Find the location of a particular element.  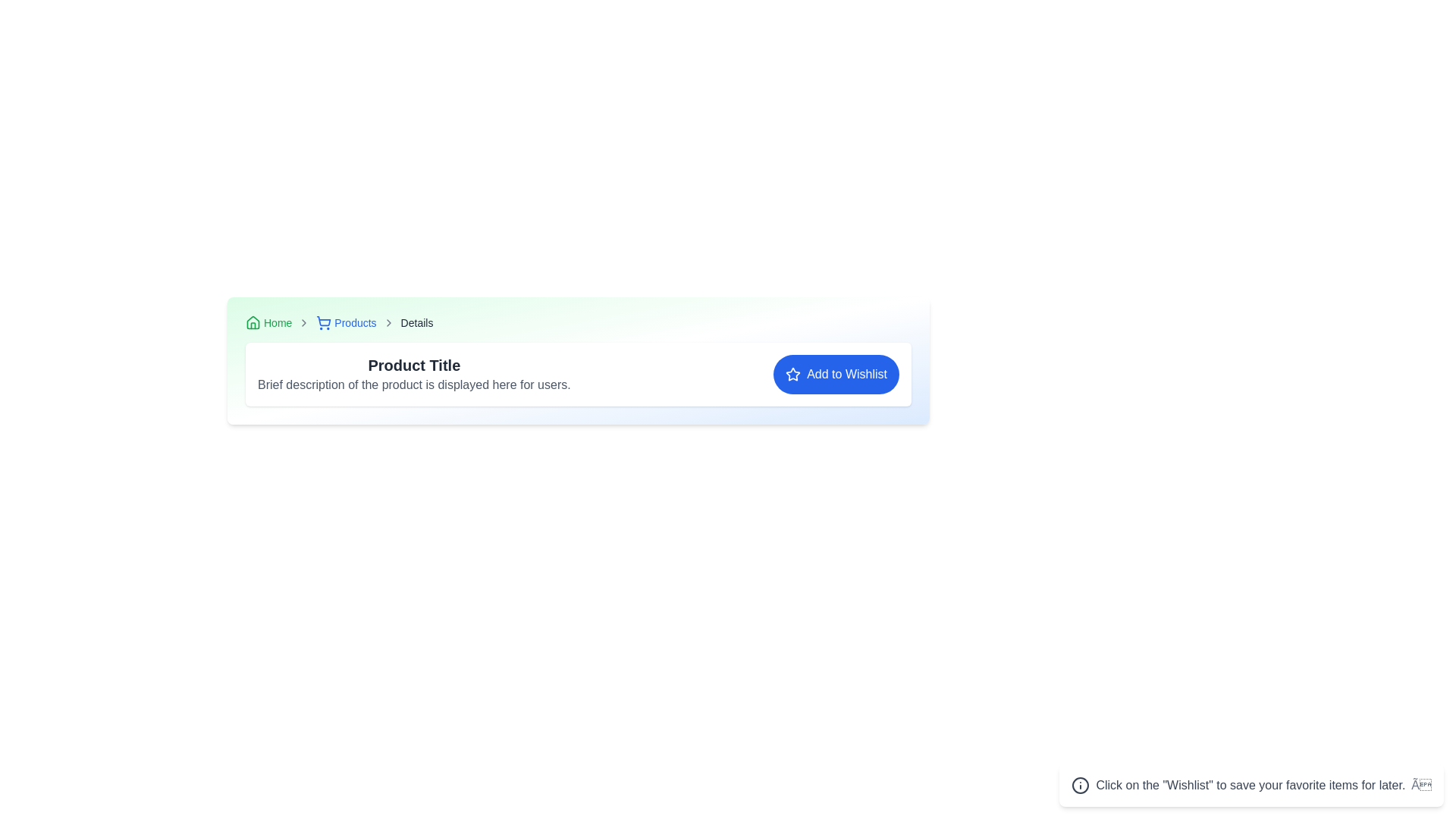

the medium-sized blue button labeled 'Add to Wishlist' with a star icon is located at coordinates (836, 374).